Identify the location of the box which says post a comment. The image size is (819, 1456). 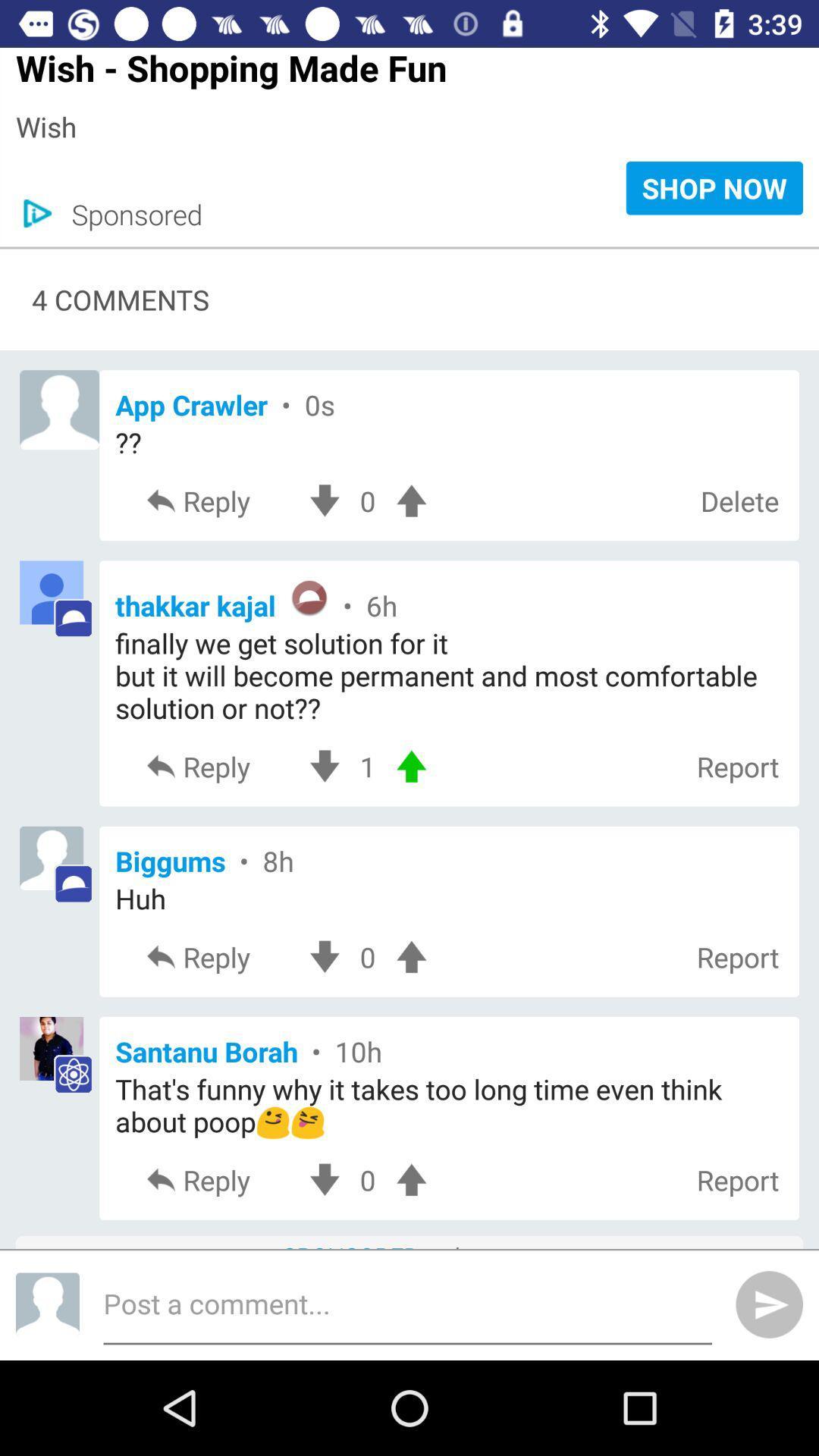
(406, 1304).